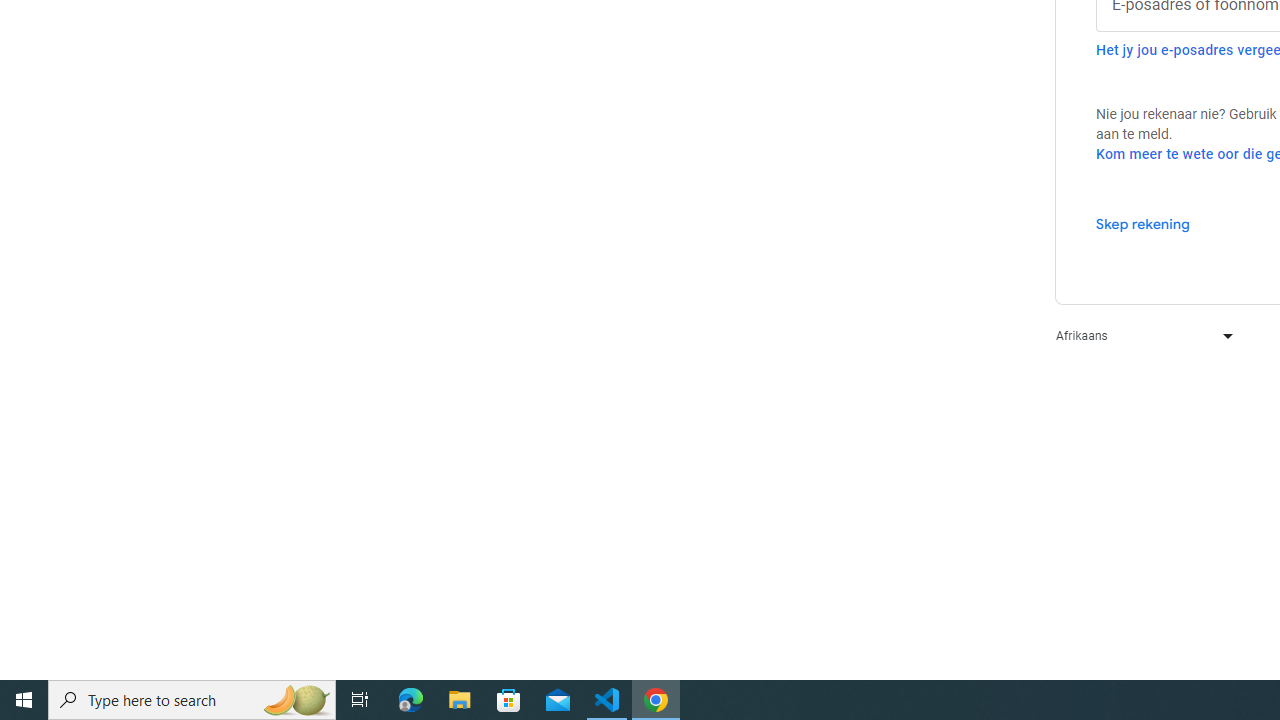  I want to click on 'Microsoft Store', so click(509, 698).